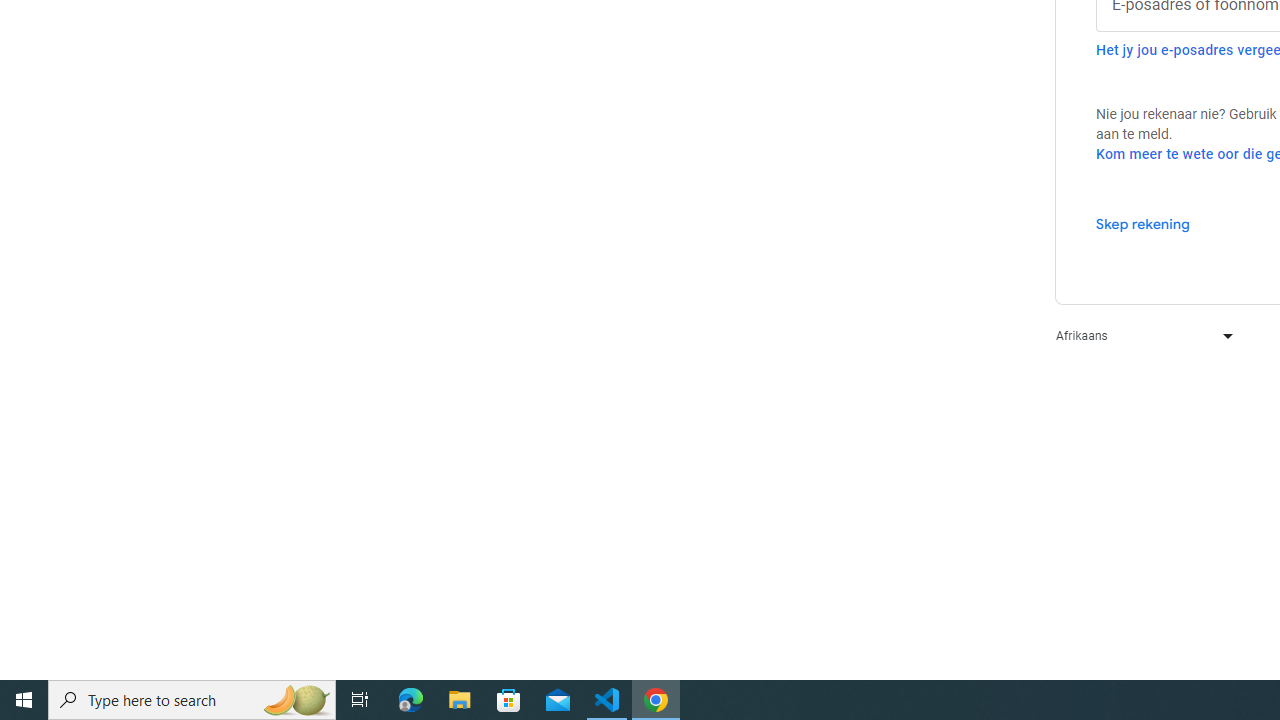  I want to click on 'Microsoft Store', so click(509, 698).